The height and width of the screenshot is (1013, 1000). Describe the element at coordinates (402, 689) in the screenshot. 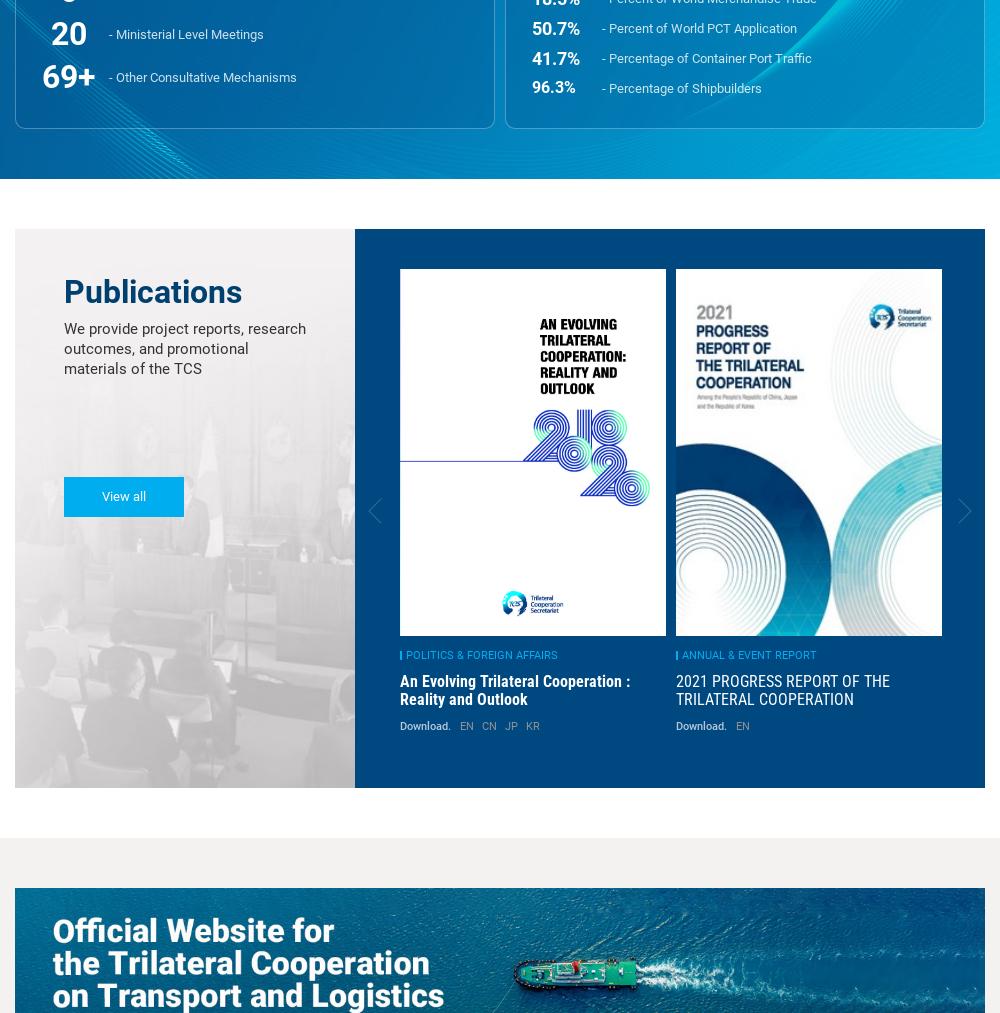

I see `'2021 PROGRESS REPORT OF THE TRILATERAL COOPERATION'` at that location.